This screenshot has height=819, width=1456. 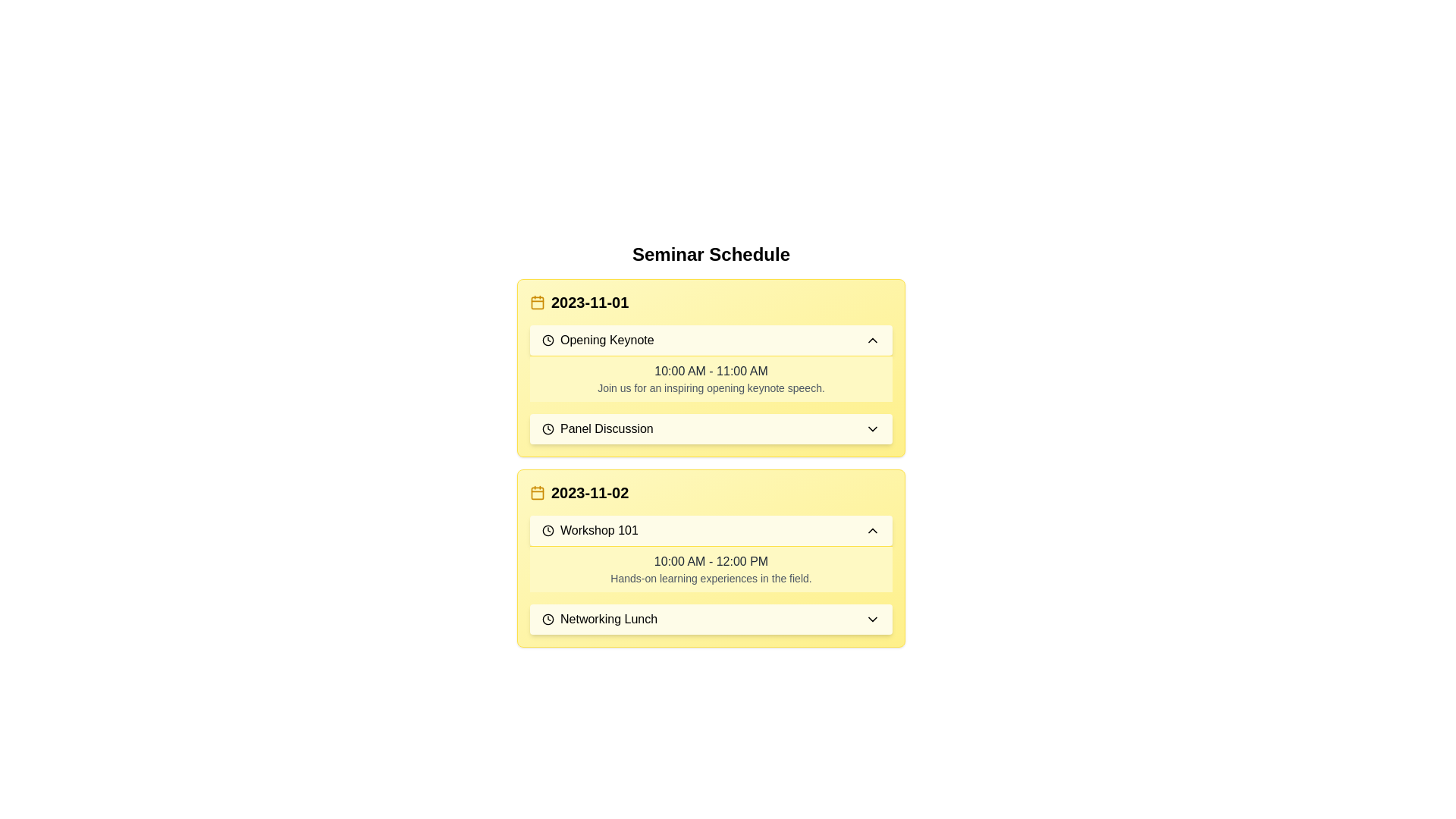 I want to click on the informational block with a yellow background displaying the text '10:00 AM - 12:00 PM' and 'Hands-on learning experiences in the field.' located under the 'Workshop 101' header for '2023-11-02', so click(x=710, y=569).